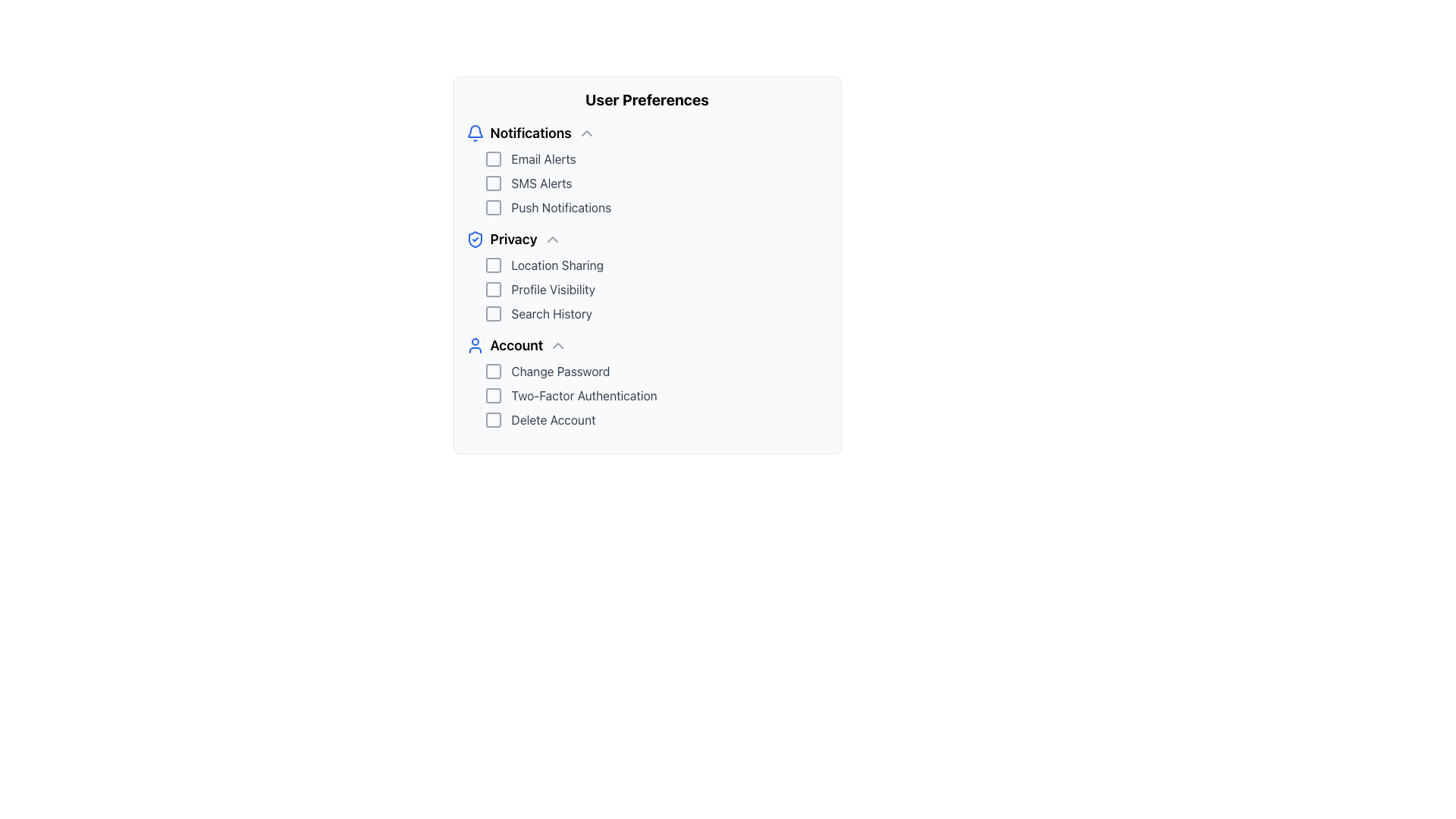  Describe the element at coordinates (656, 158) in the screenshot. I see `the checkbox of the first item under the 'Notifications' section` at that location.